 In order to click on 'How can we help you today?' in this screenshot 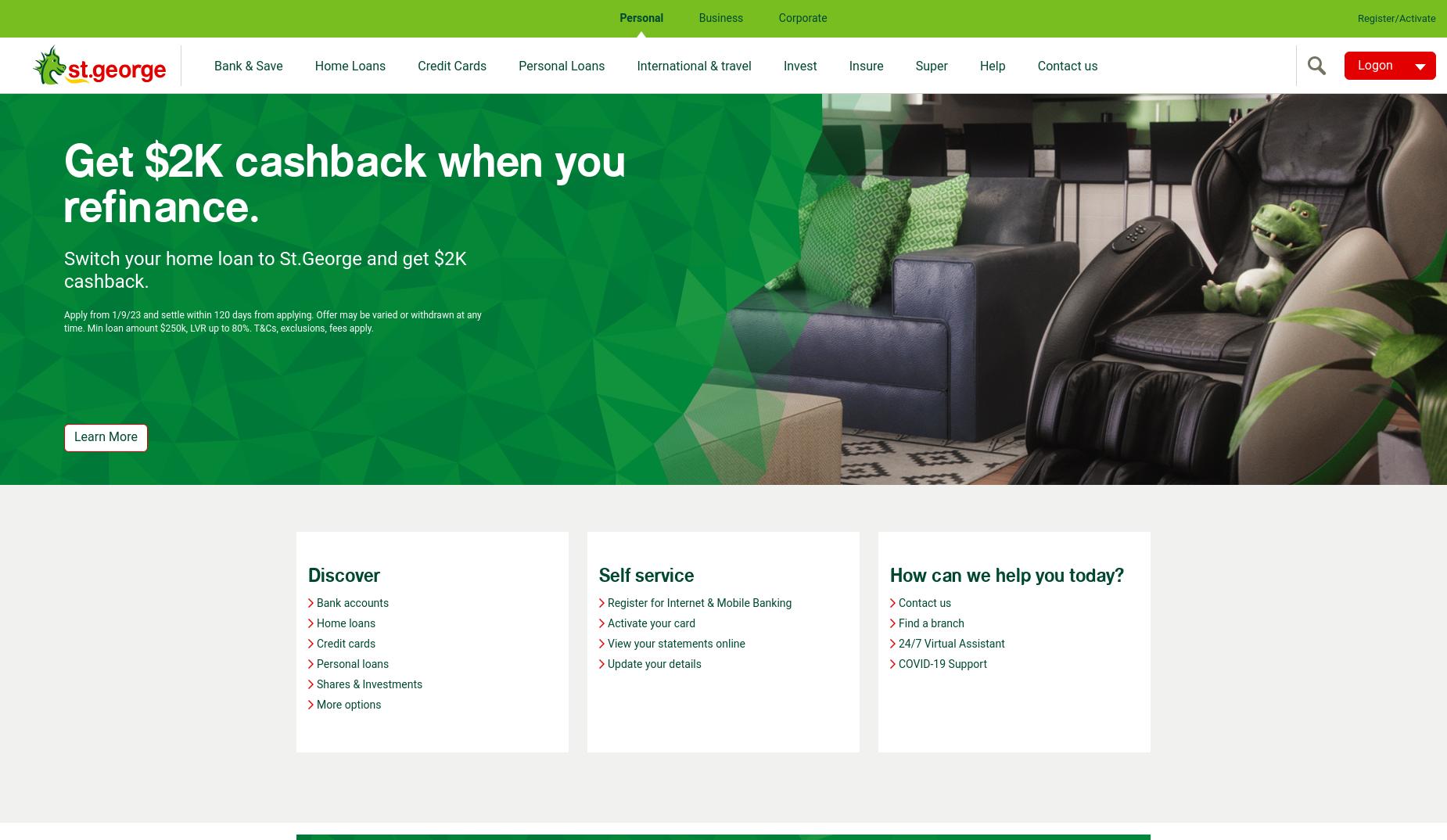, I will do `click(1006, 576)`.